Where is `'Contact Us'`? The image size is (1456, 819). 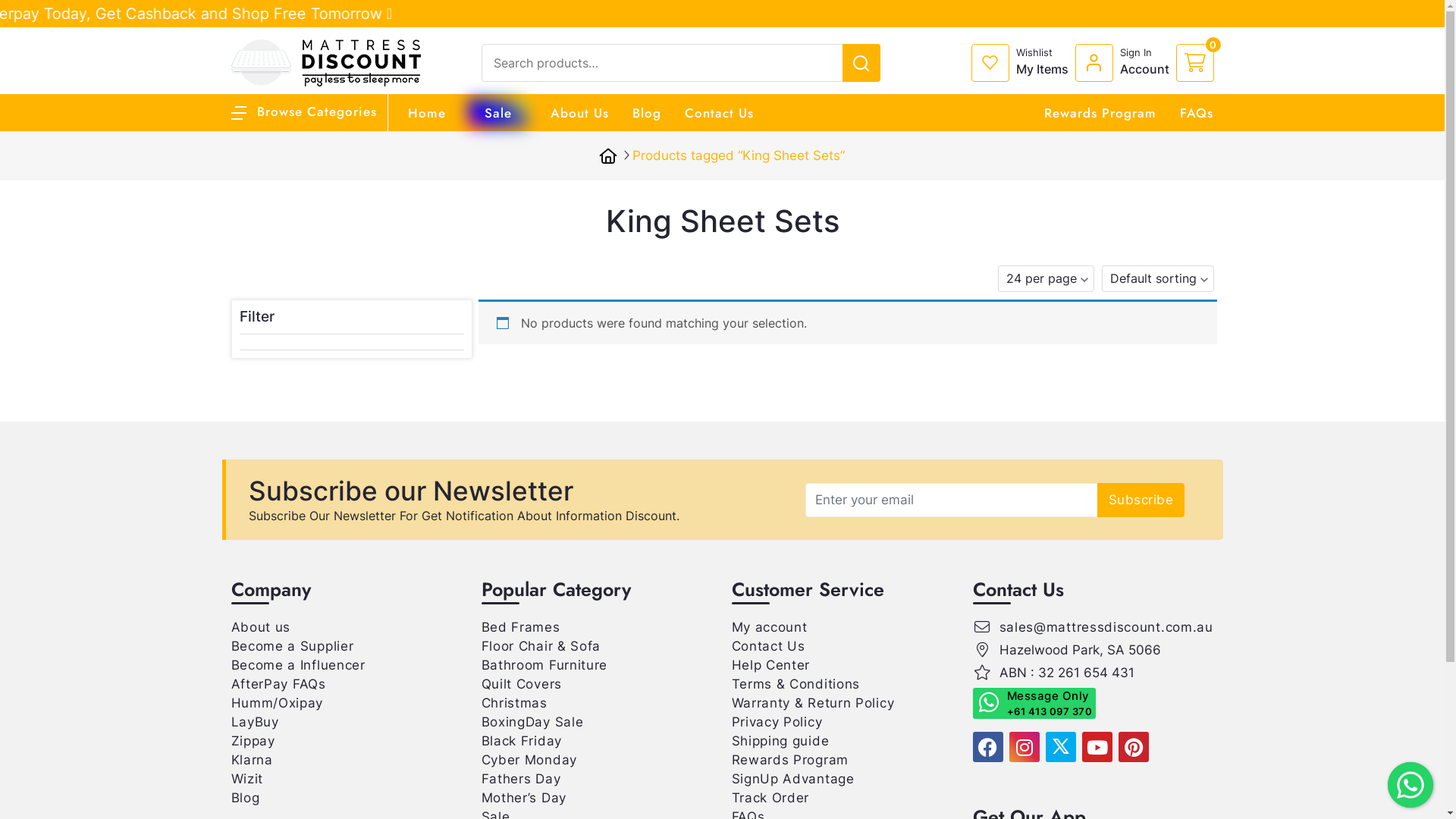 'Contact Us' is located at coordinates (731, 646).